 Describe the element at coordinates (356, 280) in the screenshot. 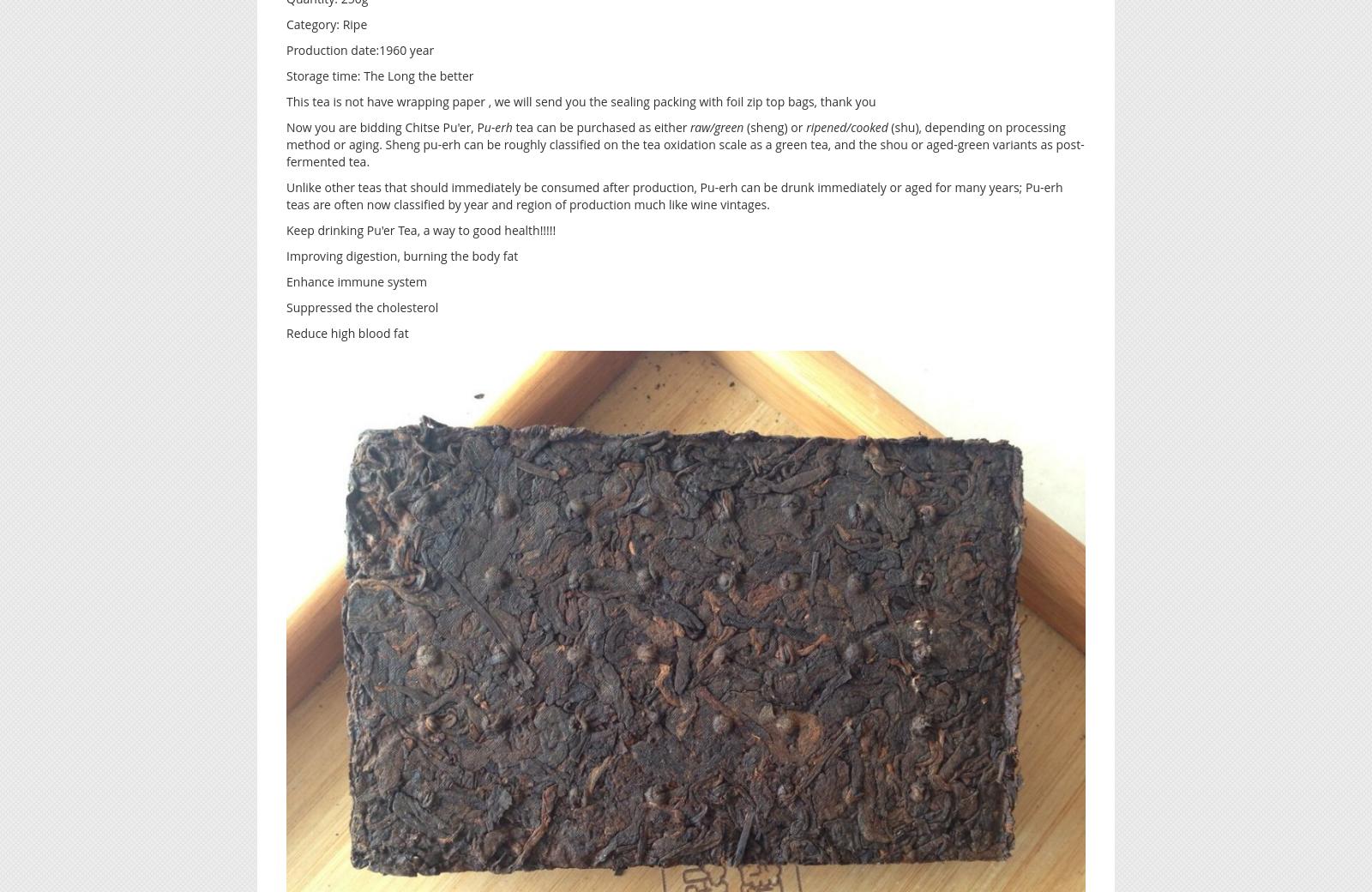

I see `'Enhance immune system'` at that location.